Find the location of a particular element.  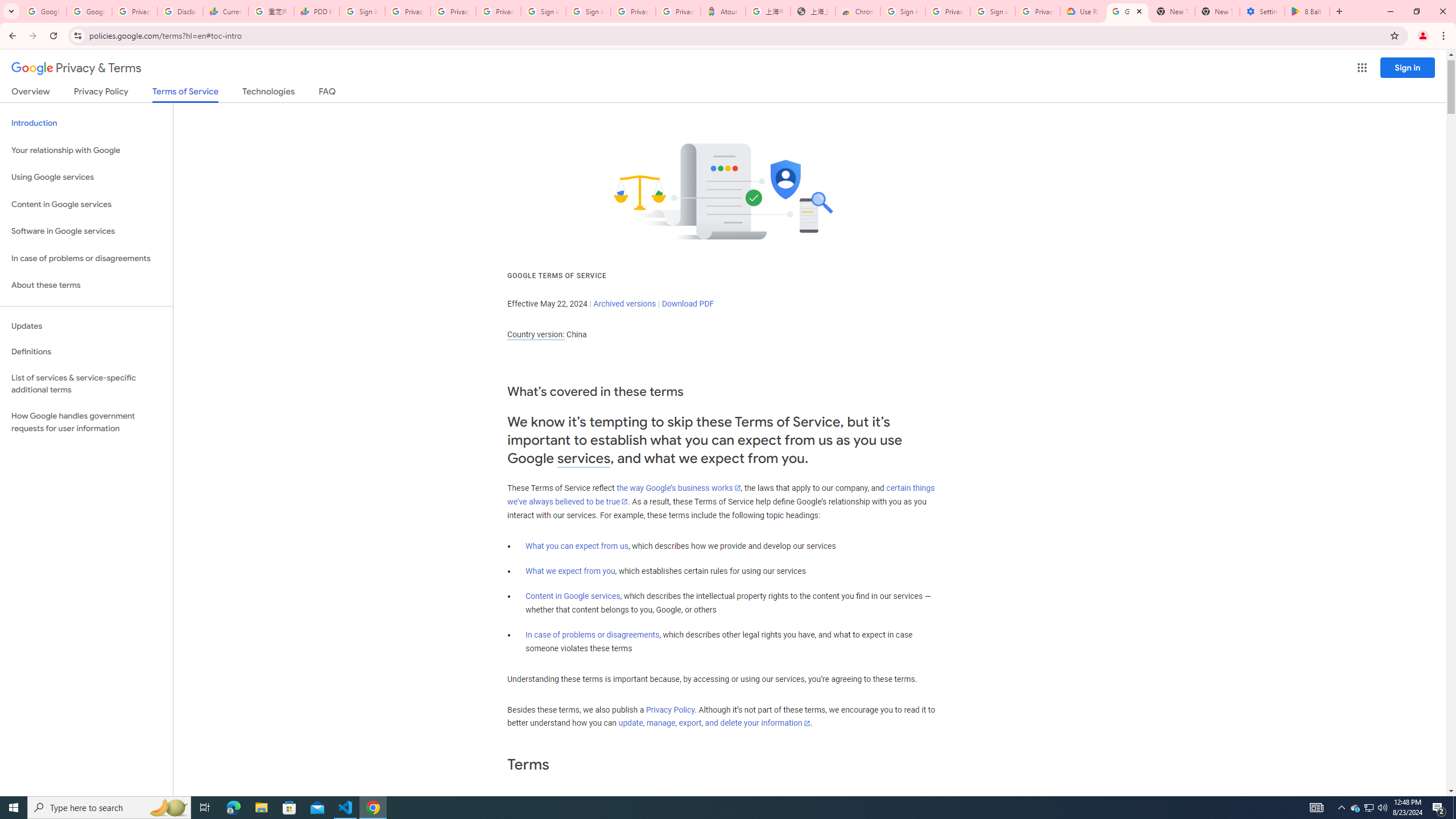

'In case of problems or disagreements' is located at coordinates (591, 634).